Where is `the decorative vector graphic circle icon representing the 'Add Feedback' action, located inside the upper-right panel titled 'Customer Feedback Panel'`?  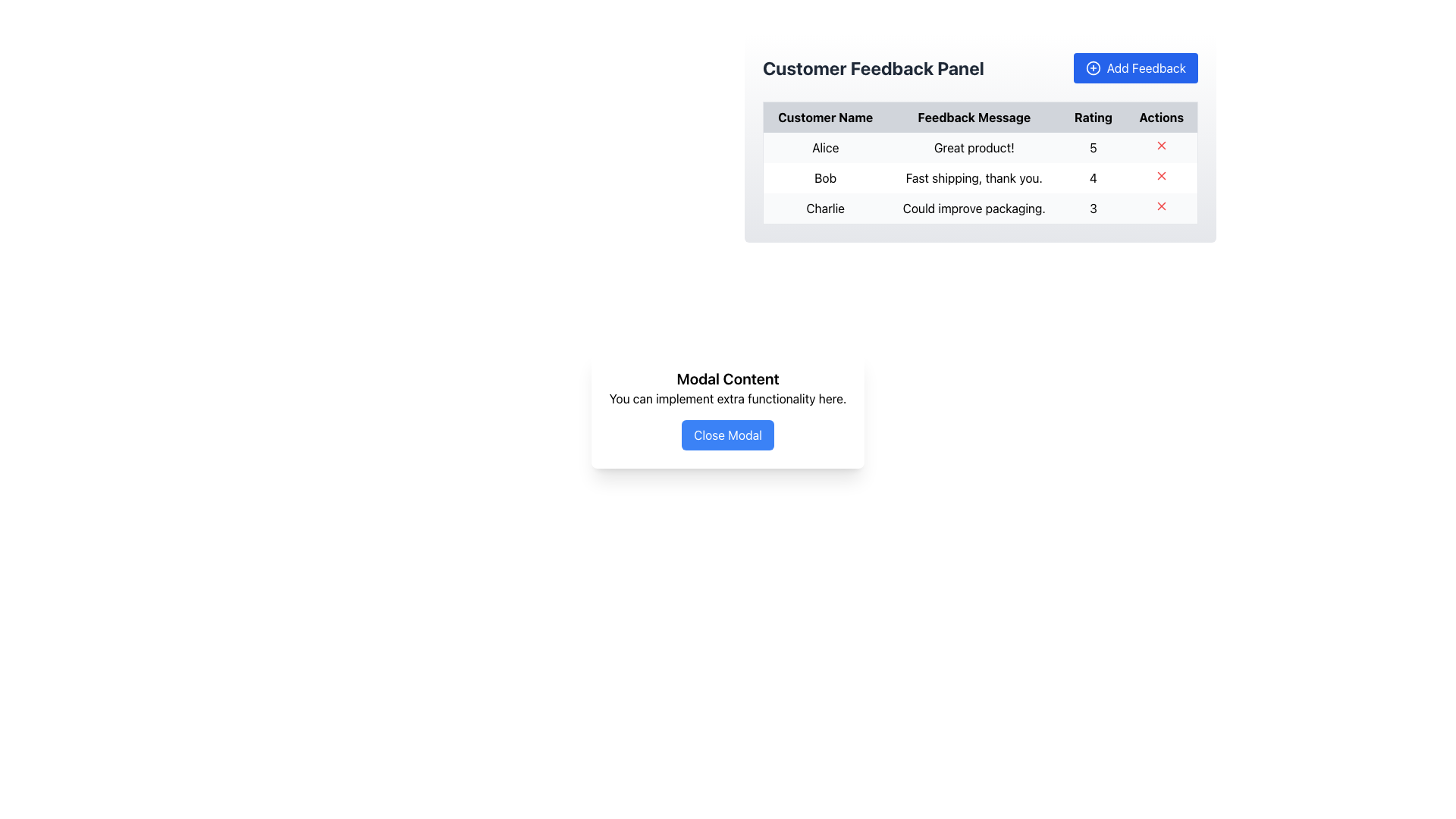
the decorative vector graphic circle icon representing the 'Add Feedback' action, located inside the upper-right panel titled 'Customer Feedback Panel' is located at coordinates (1093, 67).